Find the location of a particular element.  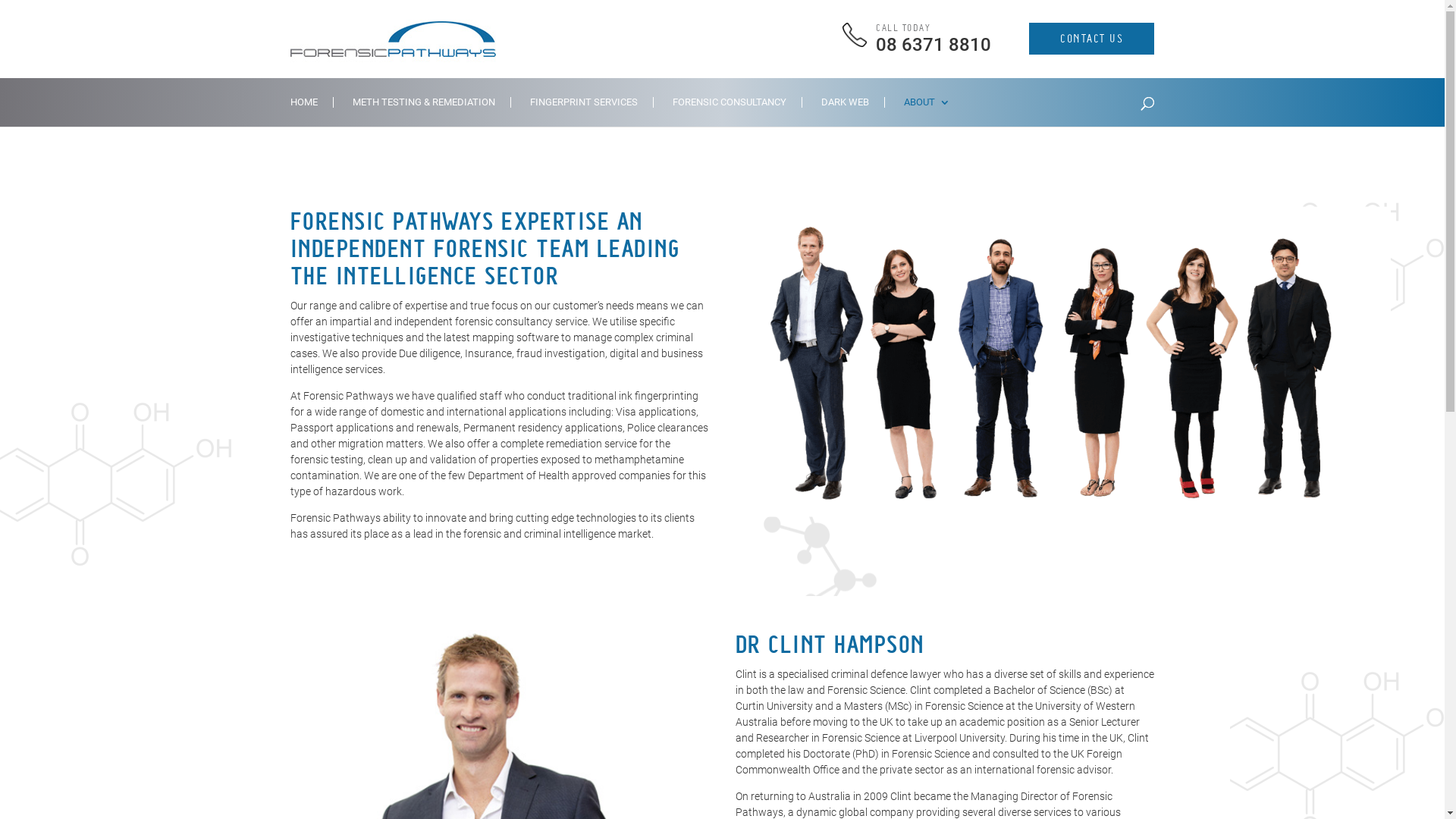

'ABOUT' is located at coordinates (926, 111).